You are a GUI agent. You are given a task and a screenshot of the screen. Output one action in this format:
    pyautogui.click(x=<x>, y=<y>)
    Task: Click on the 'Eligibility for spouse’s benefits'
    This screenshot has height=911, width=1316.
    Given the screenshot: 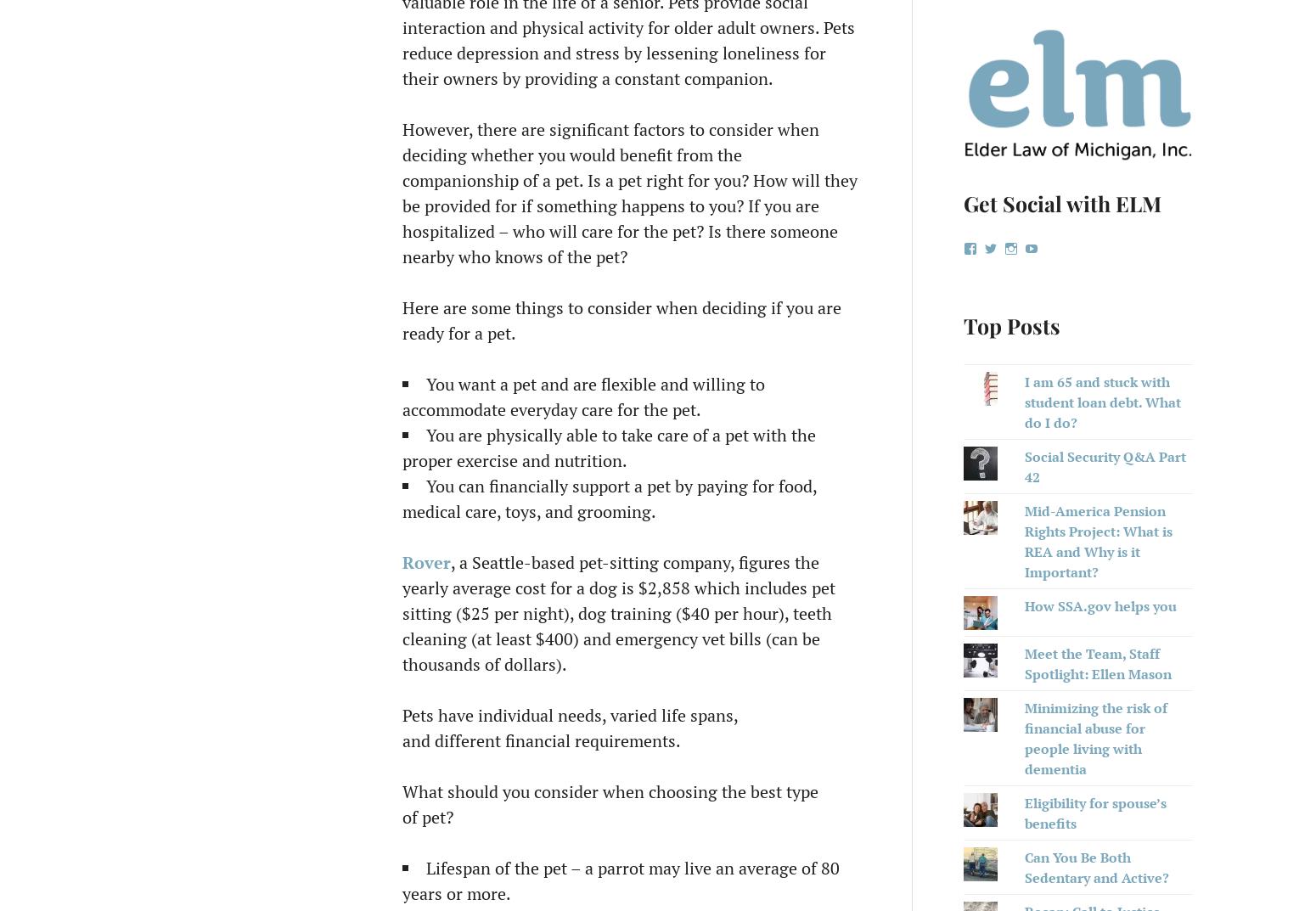 What is the action you would take?
    pyautogui.click(x=1094, y=812)
    